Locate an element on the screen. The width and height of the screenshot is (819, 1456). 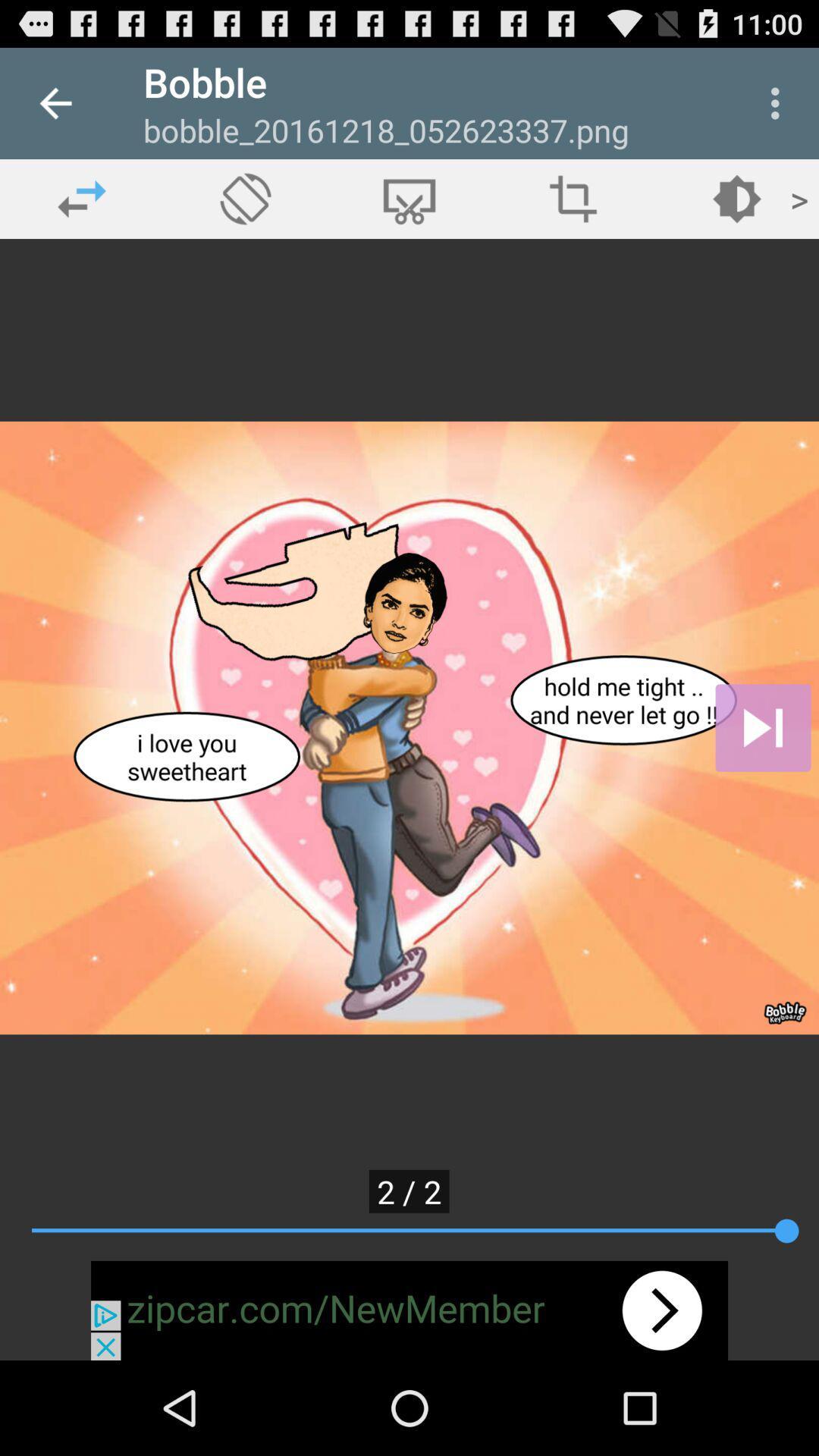
advertisements image is located at coordinates (409, 1310).